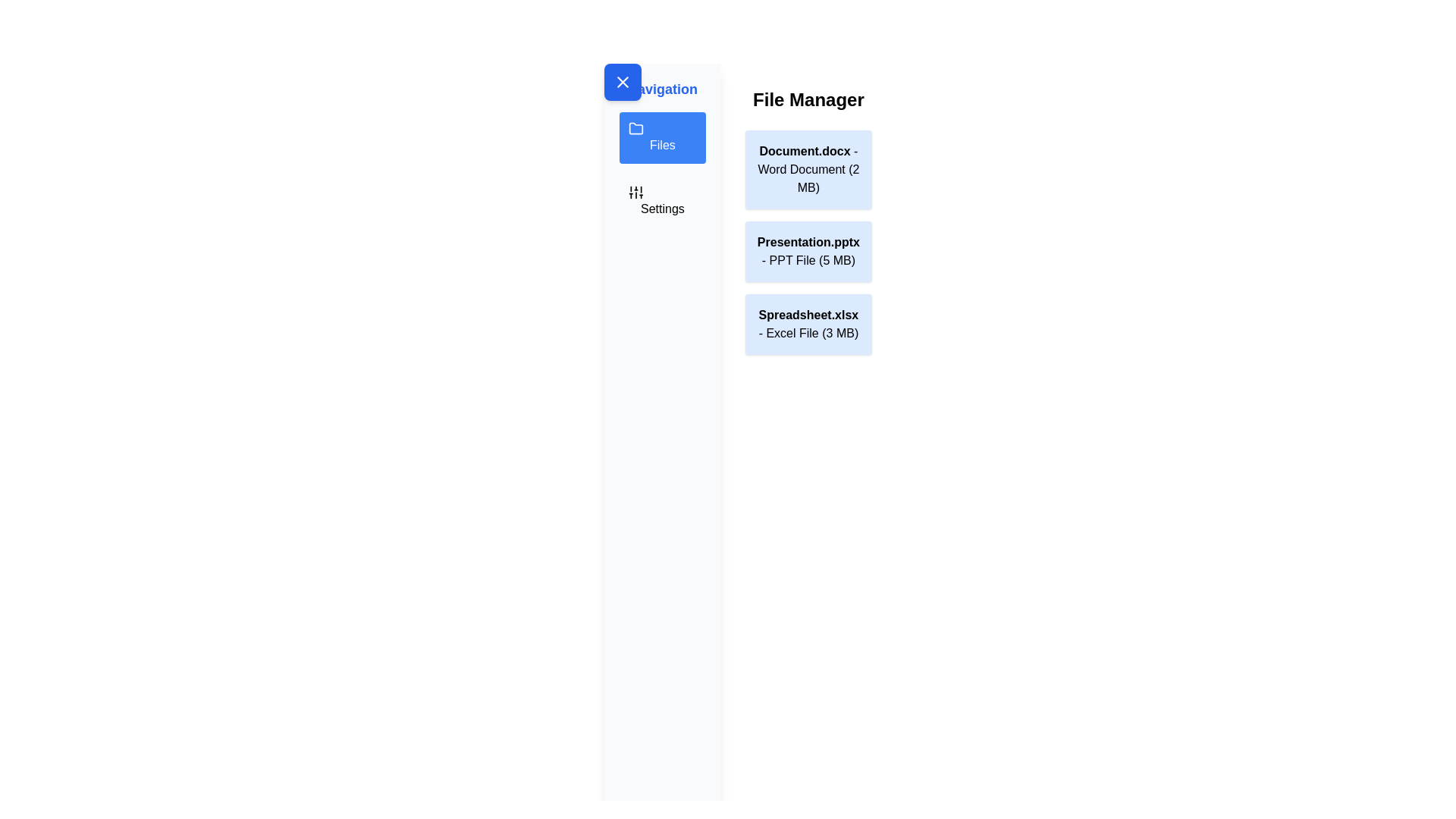  Describe the element at coordinates (636, 127) in the screenshot. I see `the 'Files' button by interacting with the folder icon centered within it` at that location.